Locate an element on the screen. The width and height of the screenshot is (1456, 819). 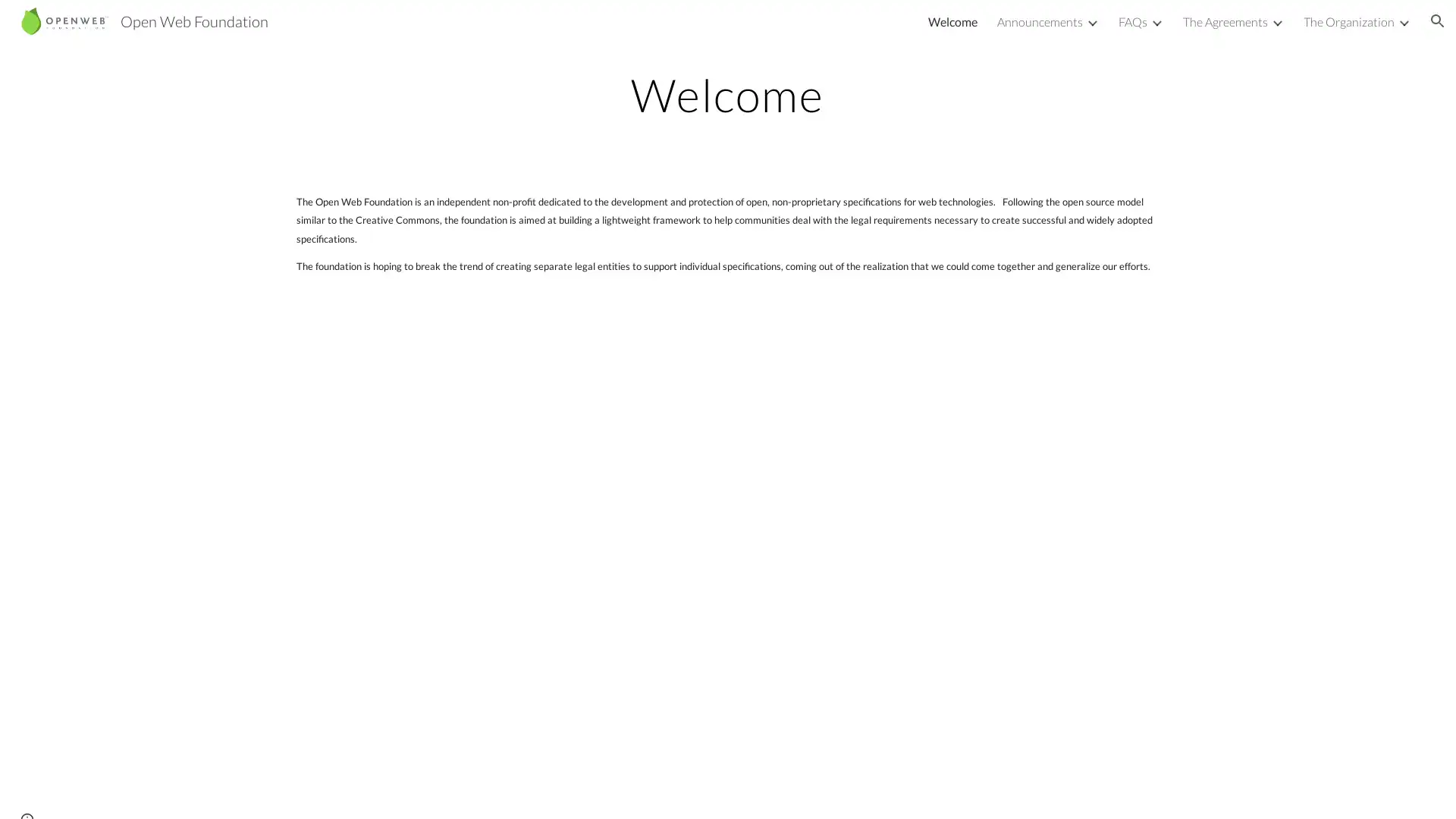
Skip to navigation is located at coordinates (864, 28).